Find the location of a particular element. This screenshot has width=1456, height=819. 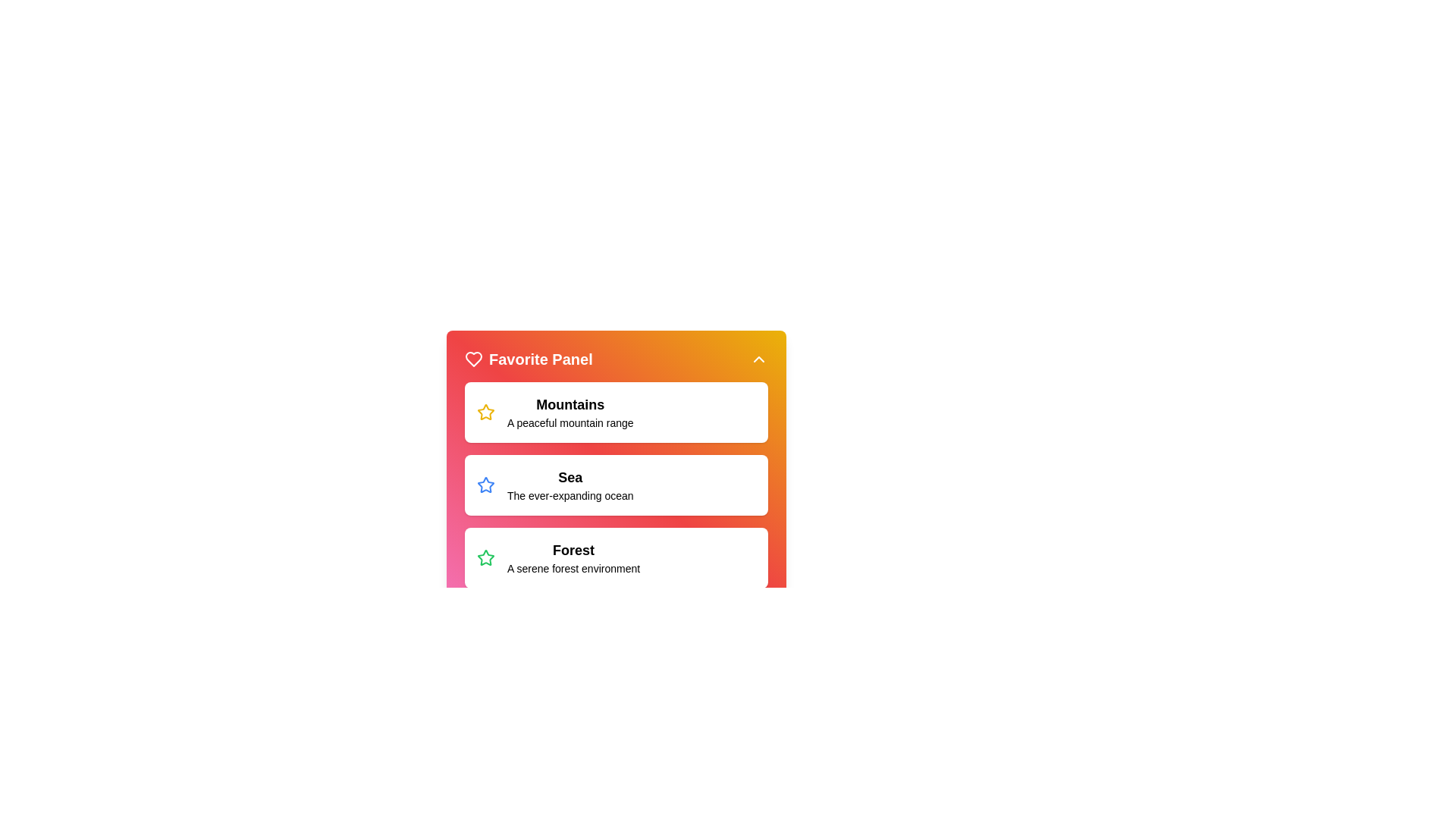

the decorative icon situated next to the 'Sea' label in the second panel of the list, which signifies importance is located at coordinates (486, 485).